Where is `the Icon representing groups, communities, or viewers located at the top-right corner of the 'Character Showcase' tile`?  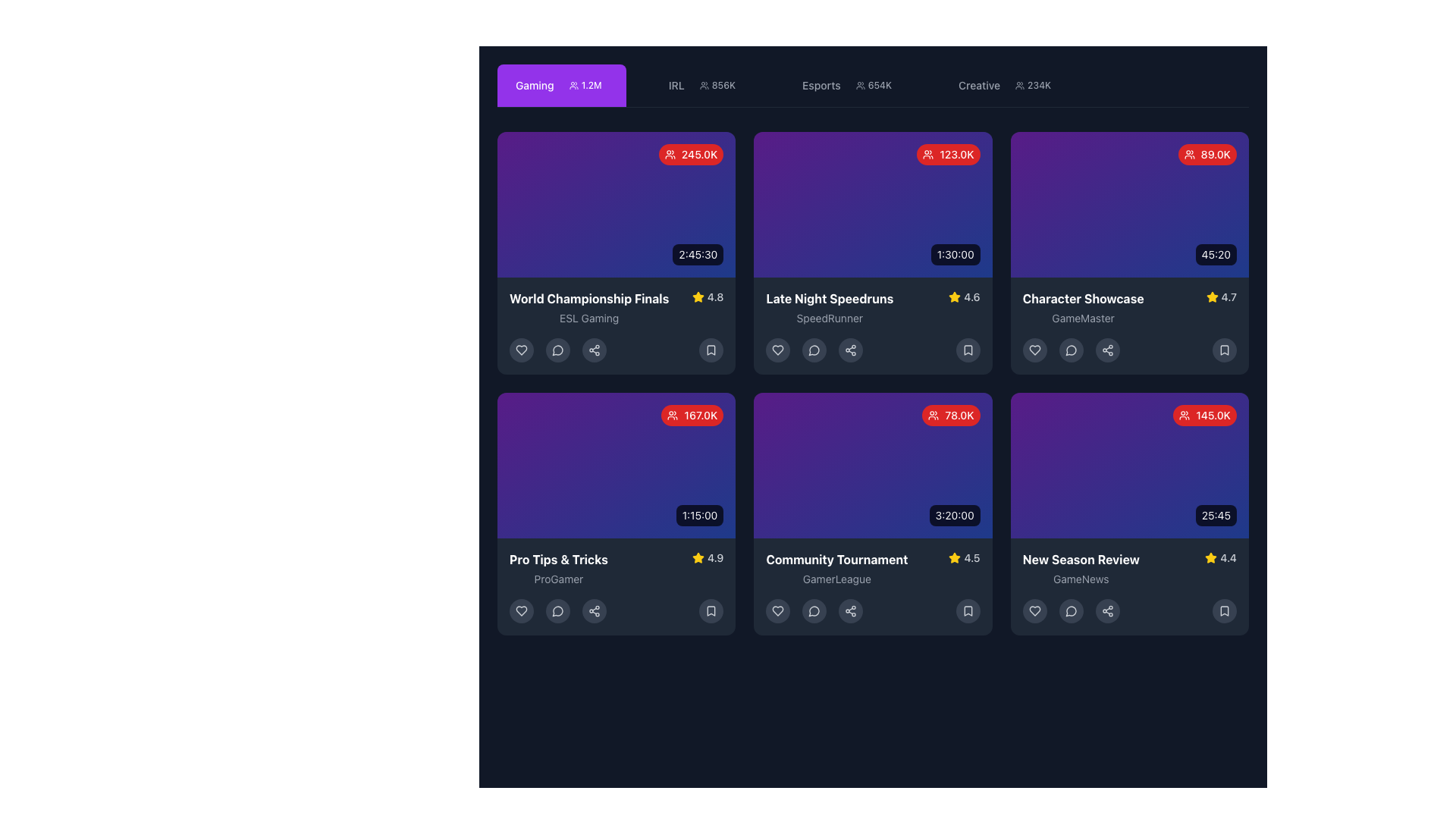
the Icon representing groups, communities, or viewers located at the top-right corner of the 'Character Showcase' tile is located at coordinates (1188, 155).